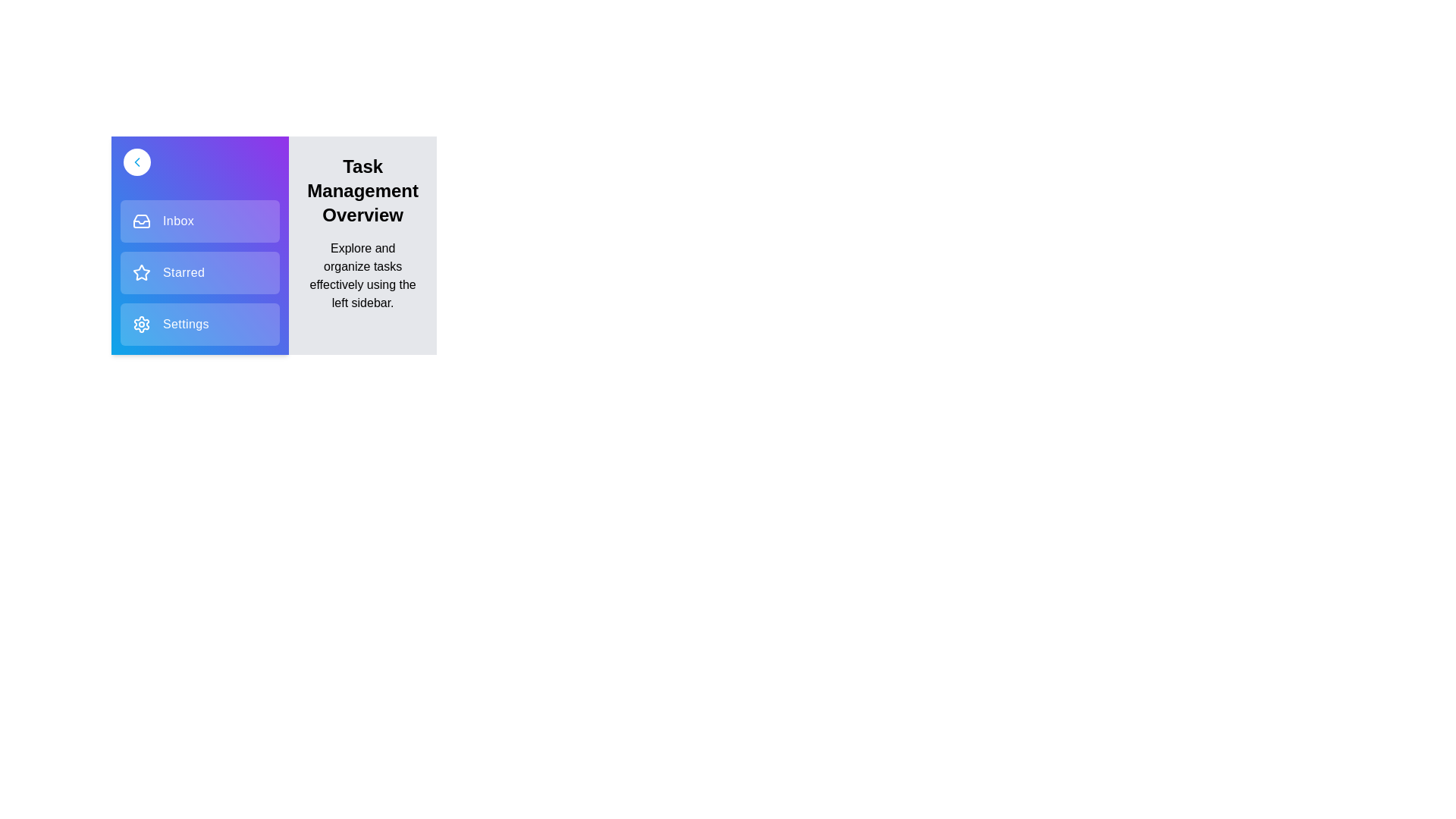  Describe the element at coordinates (199, 221) in the screenshot. I see `the 'Inbox' item in the sidebar` at that location.